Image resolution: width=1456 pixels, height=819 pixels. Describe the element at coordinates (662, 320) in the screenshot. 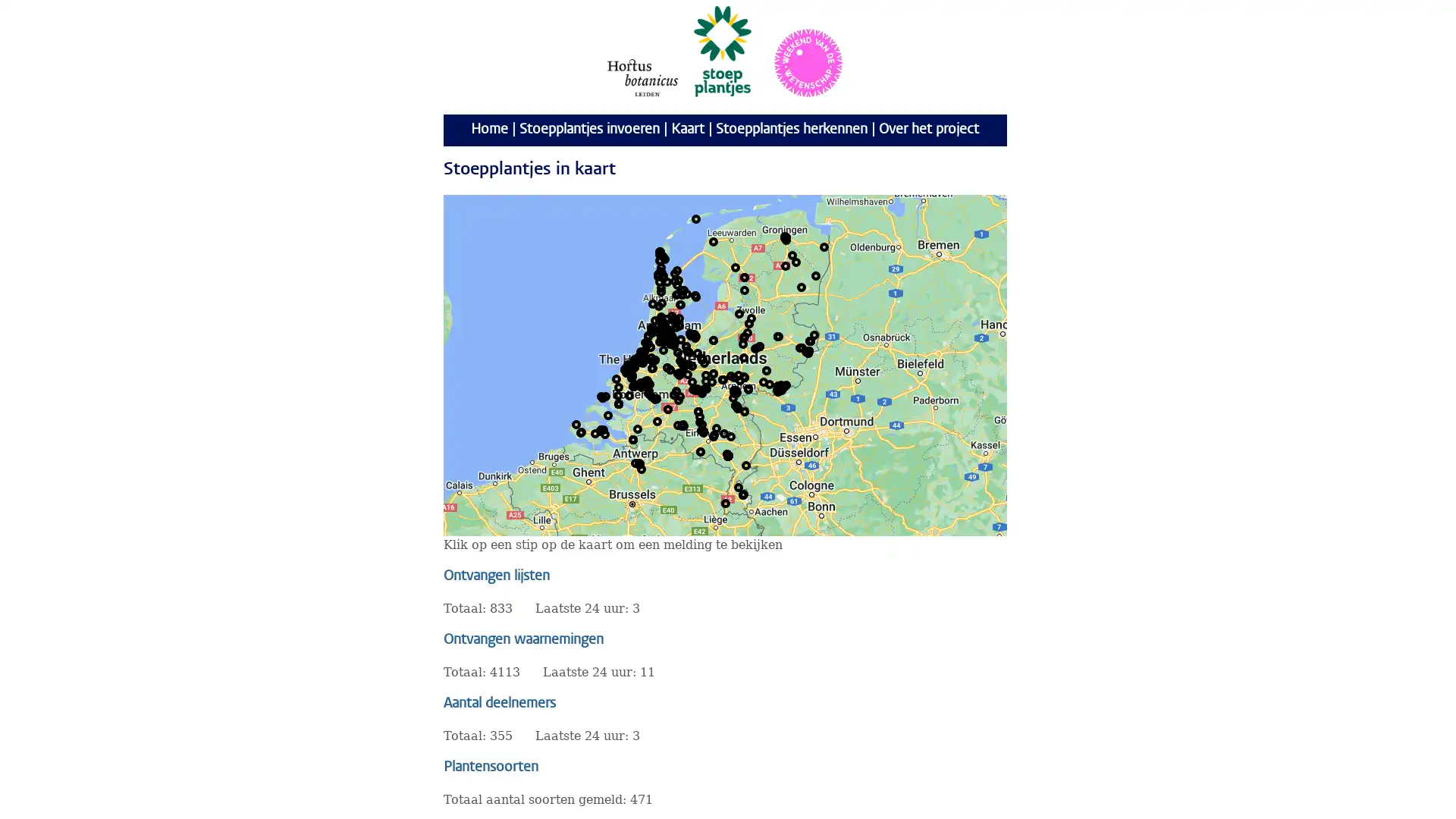

I see `Telling van Hortusfreak op 01 februari 2022` at that location.